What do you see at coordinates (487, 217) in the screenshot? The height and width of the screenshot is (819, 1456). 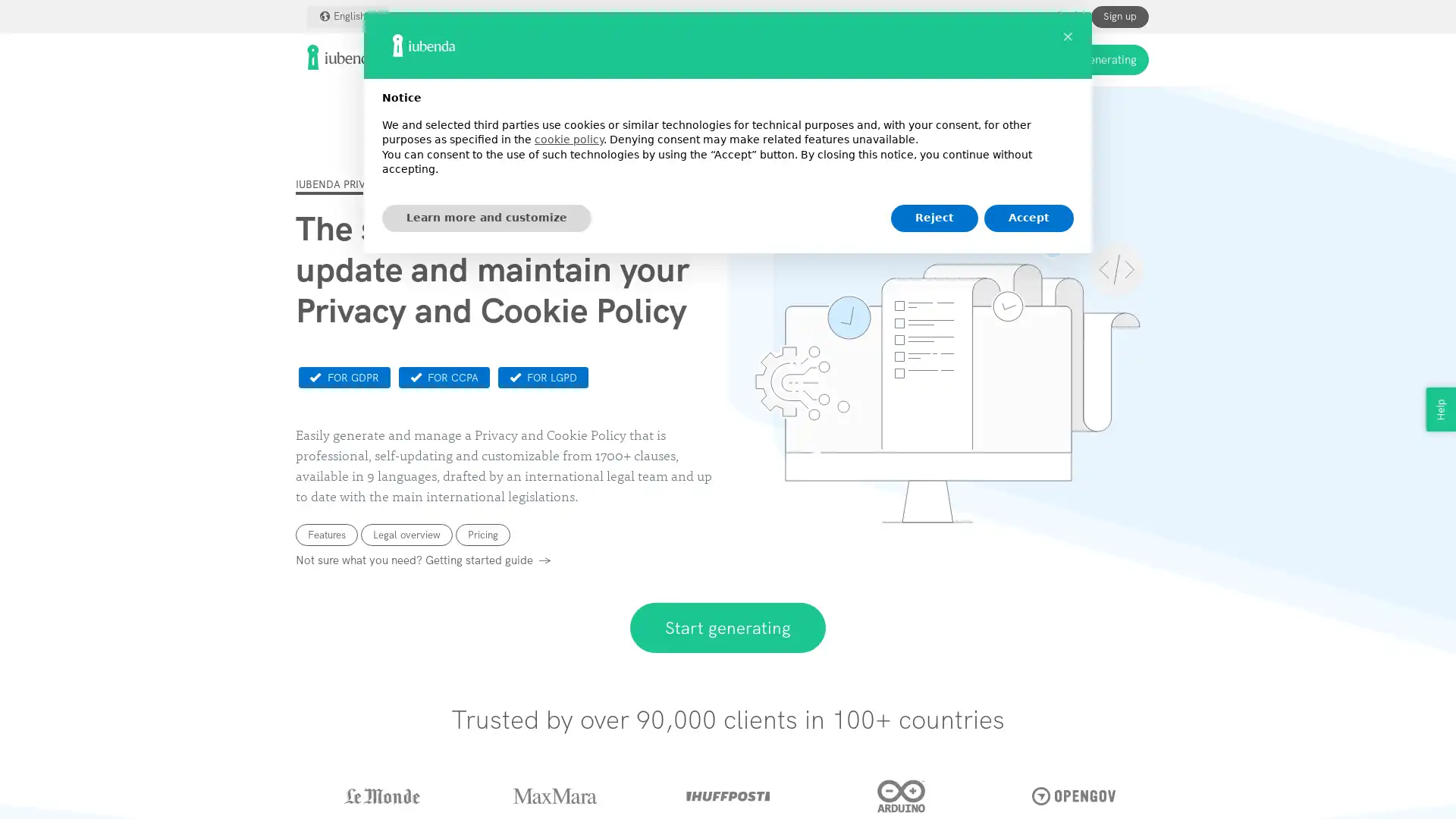 I see `Learn more and customize` at bounding box center [487, 217].